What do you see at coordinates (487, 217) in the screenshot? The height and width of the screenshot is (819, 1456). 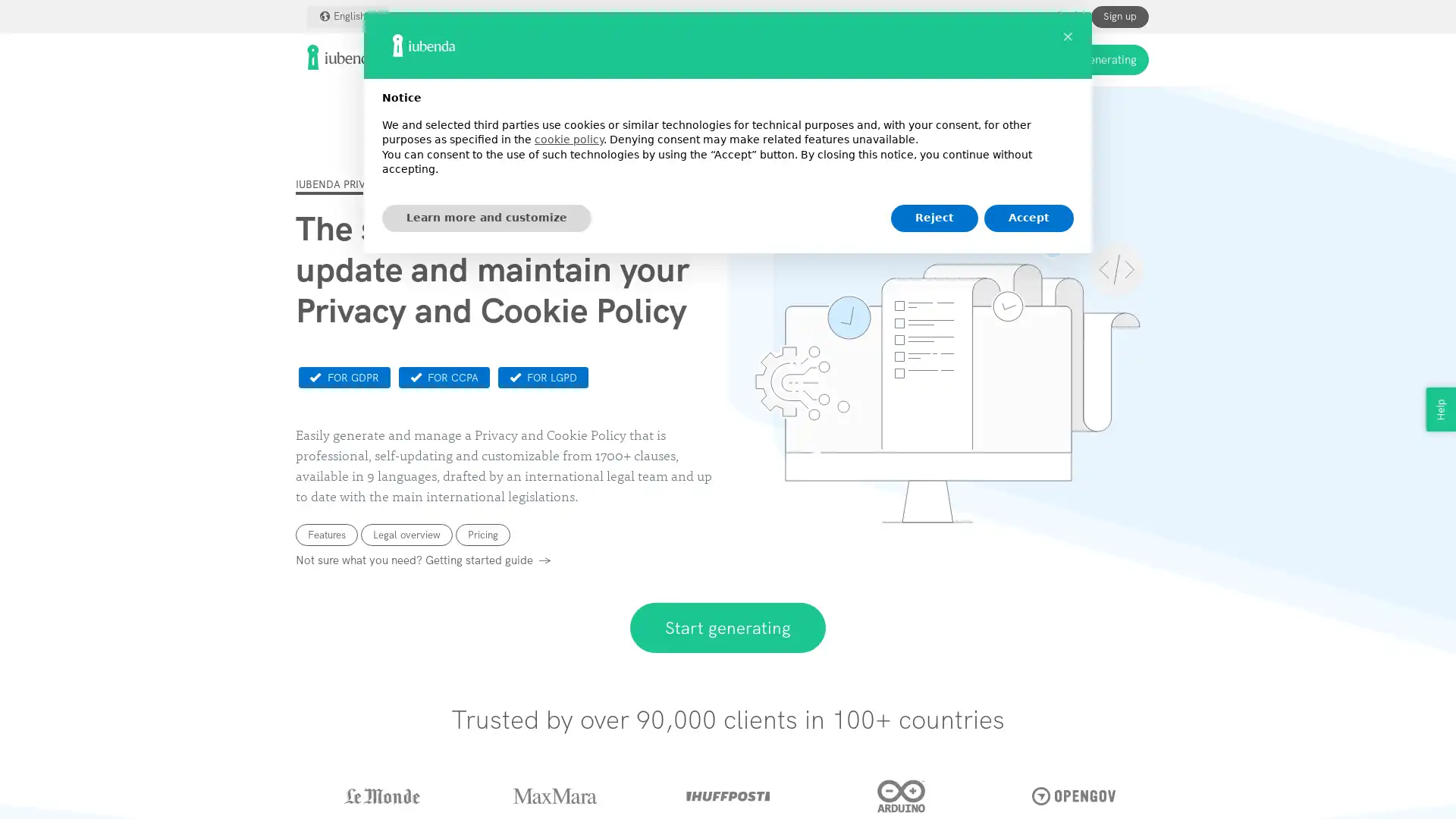 I see `Learn more and customize` at bounding box center [487, 217].